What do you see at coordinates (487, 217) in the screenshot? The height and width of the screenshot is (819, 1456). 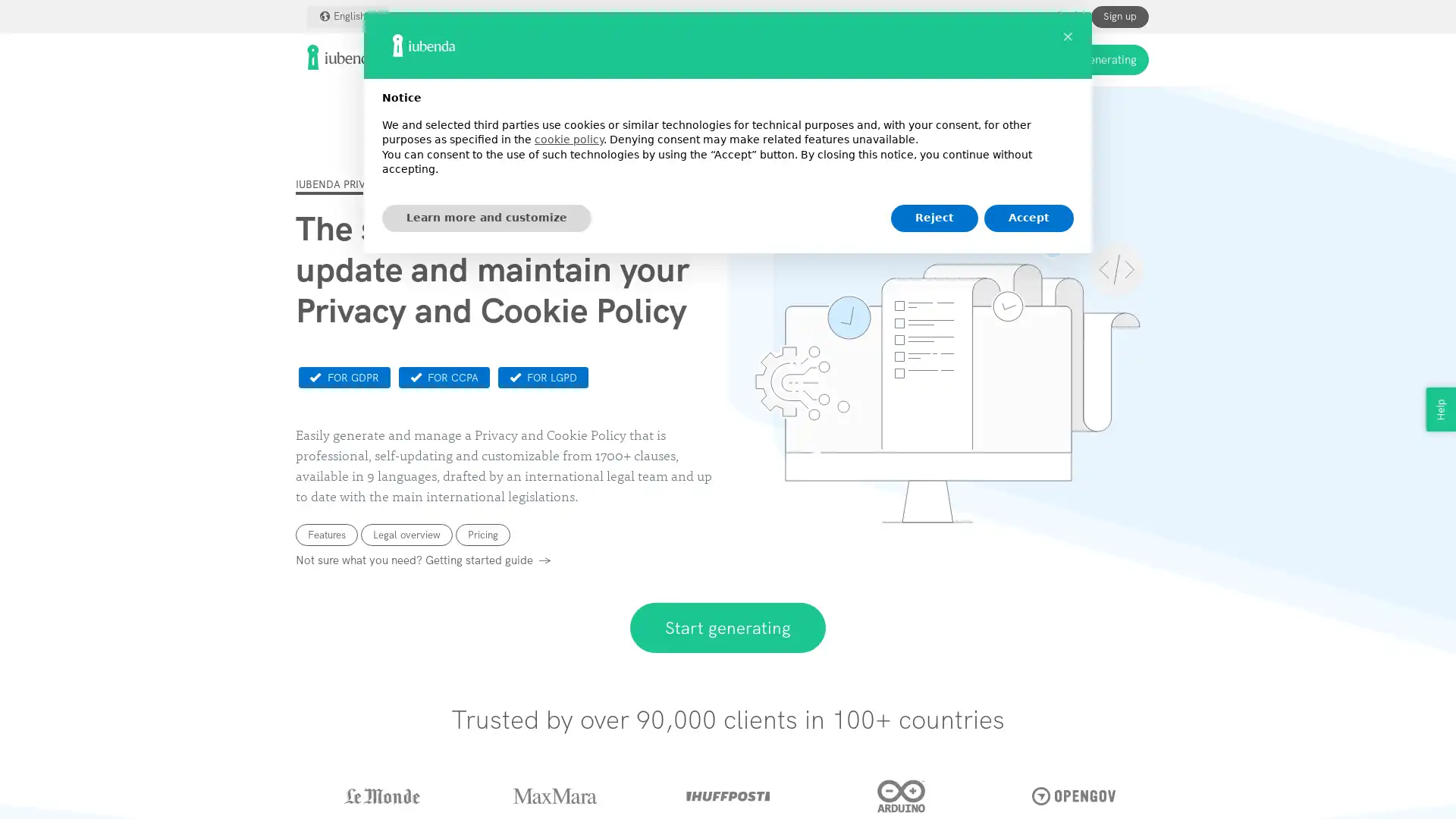 I see `Learn more and customize` at bounding box center [487, 217].